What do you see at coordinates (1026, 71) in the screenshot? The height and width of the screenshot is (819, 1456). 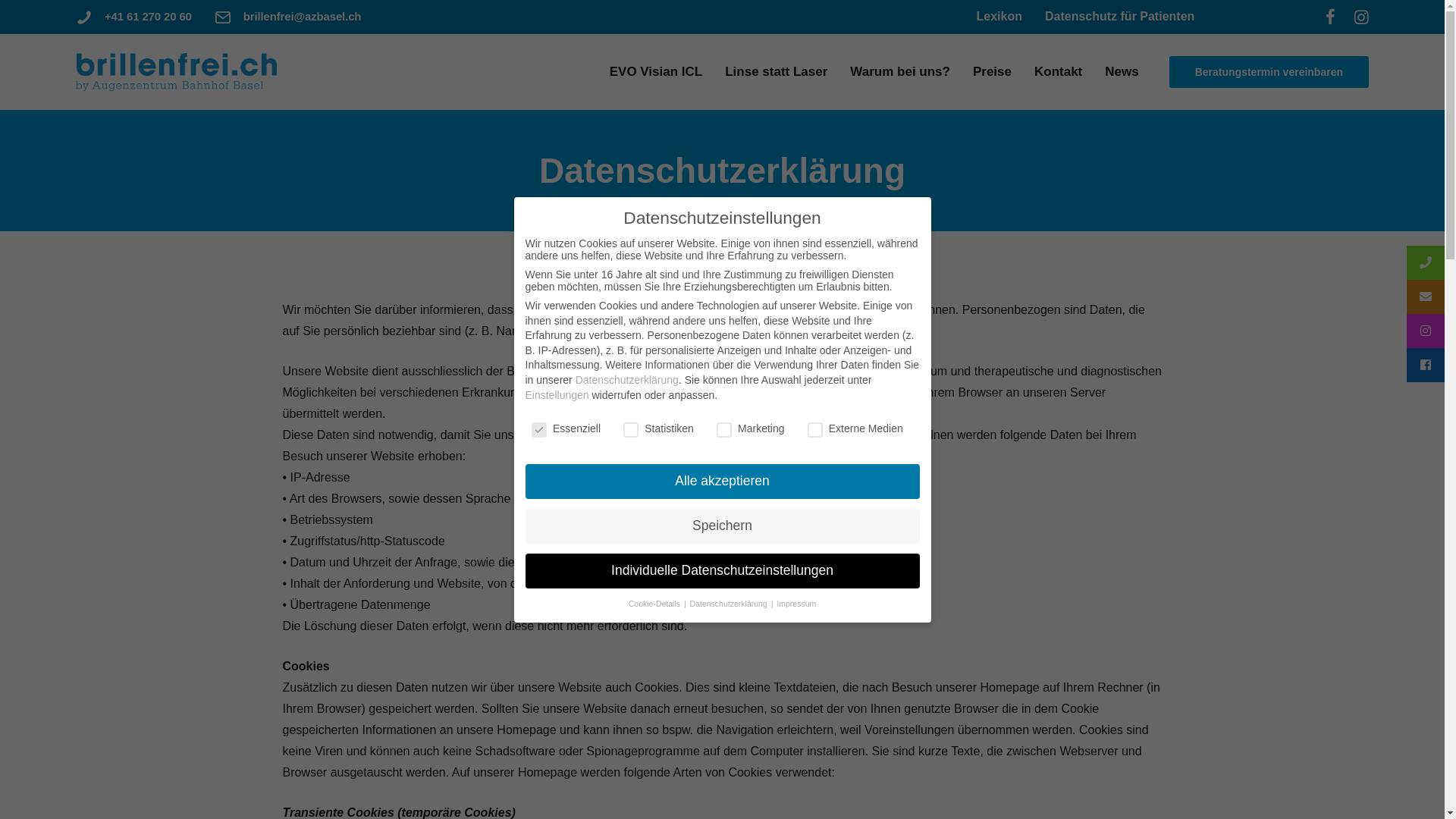 I see `'Kontakt'` at bounding box center [1026, 71].